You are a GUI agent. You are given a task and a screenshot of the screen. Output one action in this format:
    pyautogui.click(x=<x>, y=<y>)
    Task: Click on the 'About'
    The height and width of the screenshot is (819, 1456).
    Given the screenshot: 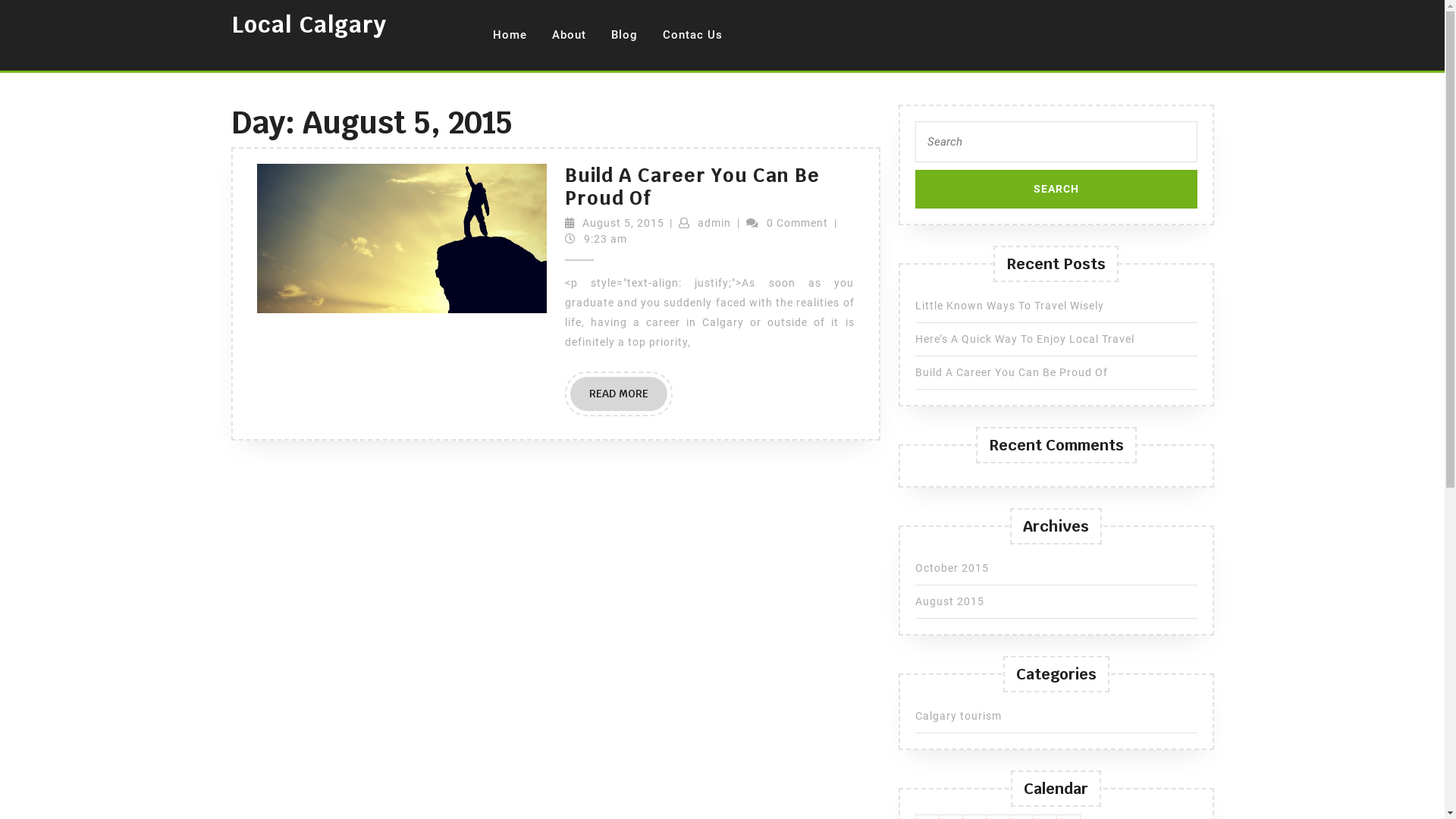 What is the action you would take?
    pyautogui.click(x=567, y=34)
    